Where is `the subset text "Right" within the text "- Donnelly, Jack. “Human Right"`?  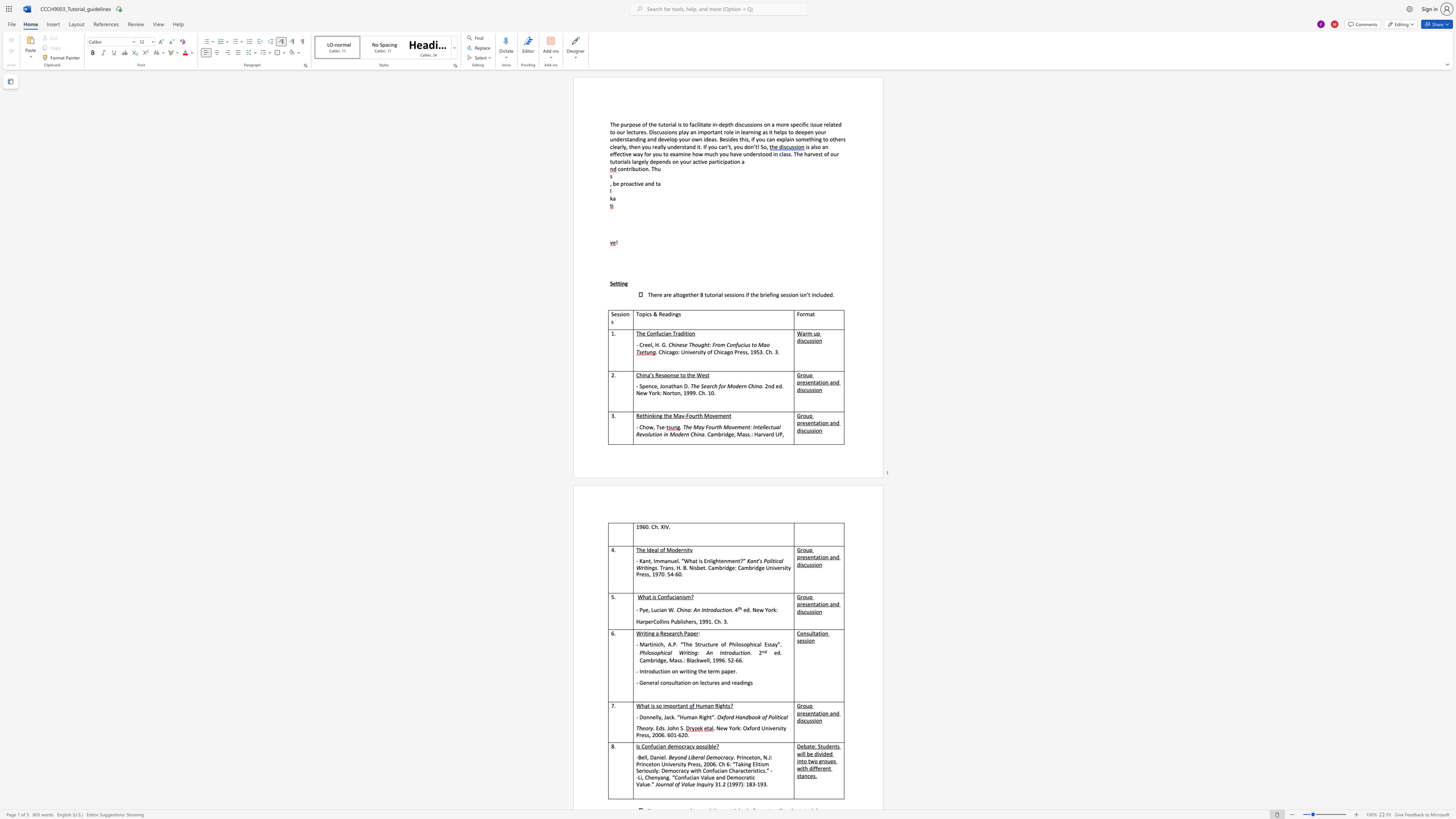 the subset text "Right" within the text "- Donnelly, Jack. “Human Right" is located at coordinates (699, 717).